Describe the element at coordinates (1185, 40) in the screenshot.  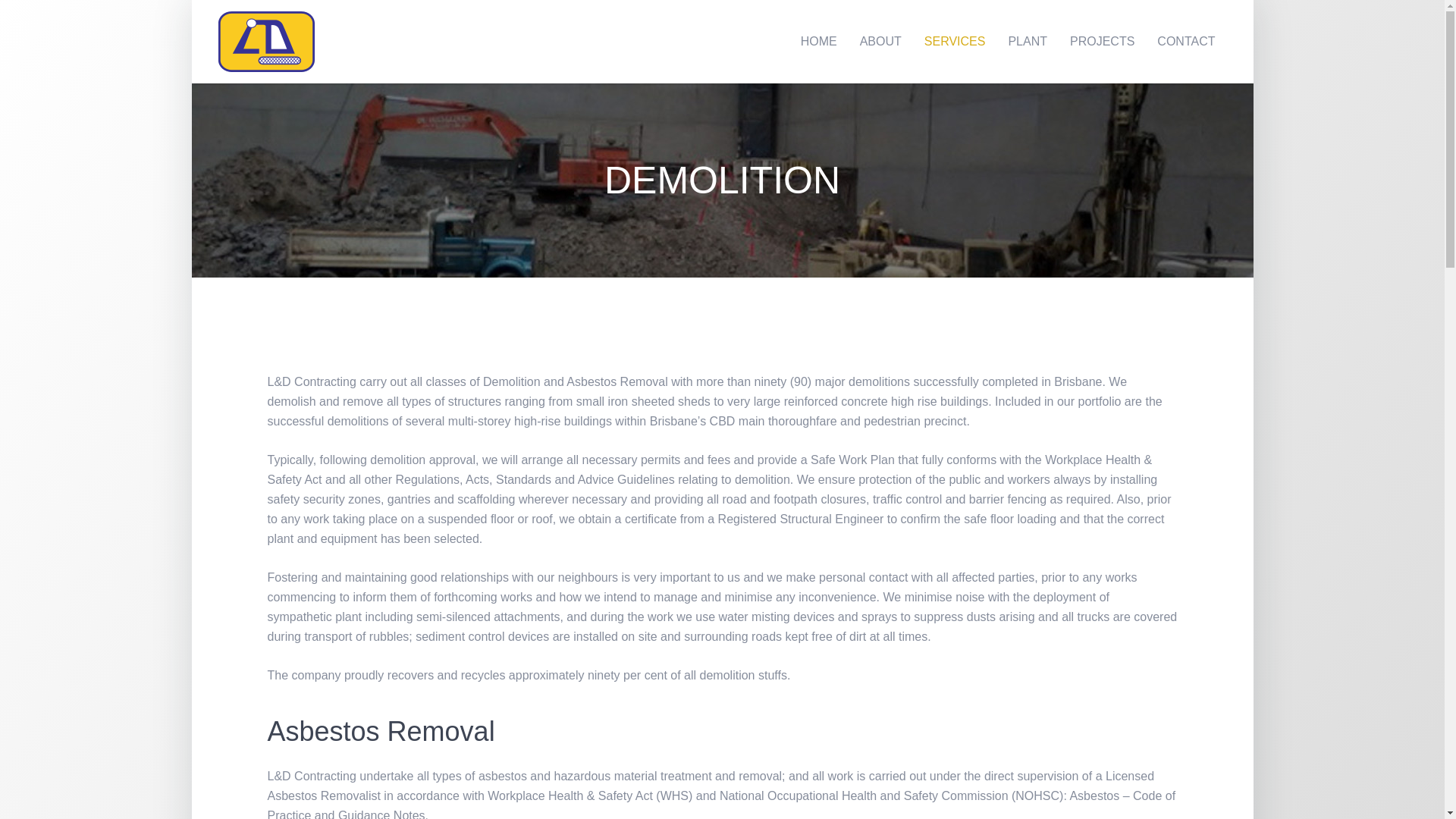
I see `'CONTACT'` at that location.